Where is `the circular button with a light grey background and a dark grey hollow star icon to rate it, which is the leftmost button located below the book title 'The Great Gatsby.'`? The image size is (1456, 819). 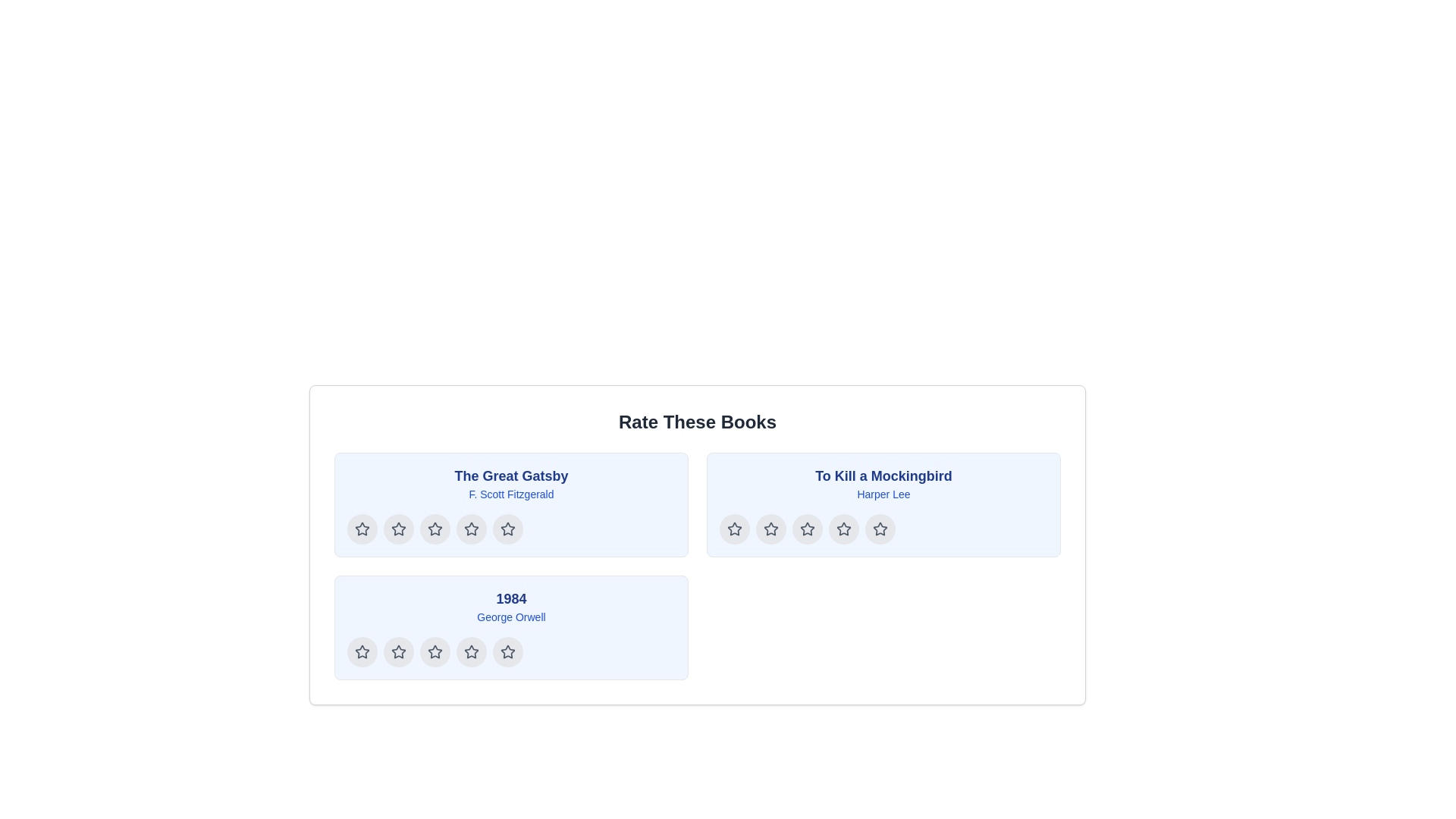
the circular button with a light grey background and a dark grey hollow star icon to rate it, which is the leftmost button located below the book title 'The Great Gatsby.' is located at coordinates (362, 529).